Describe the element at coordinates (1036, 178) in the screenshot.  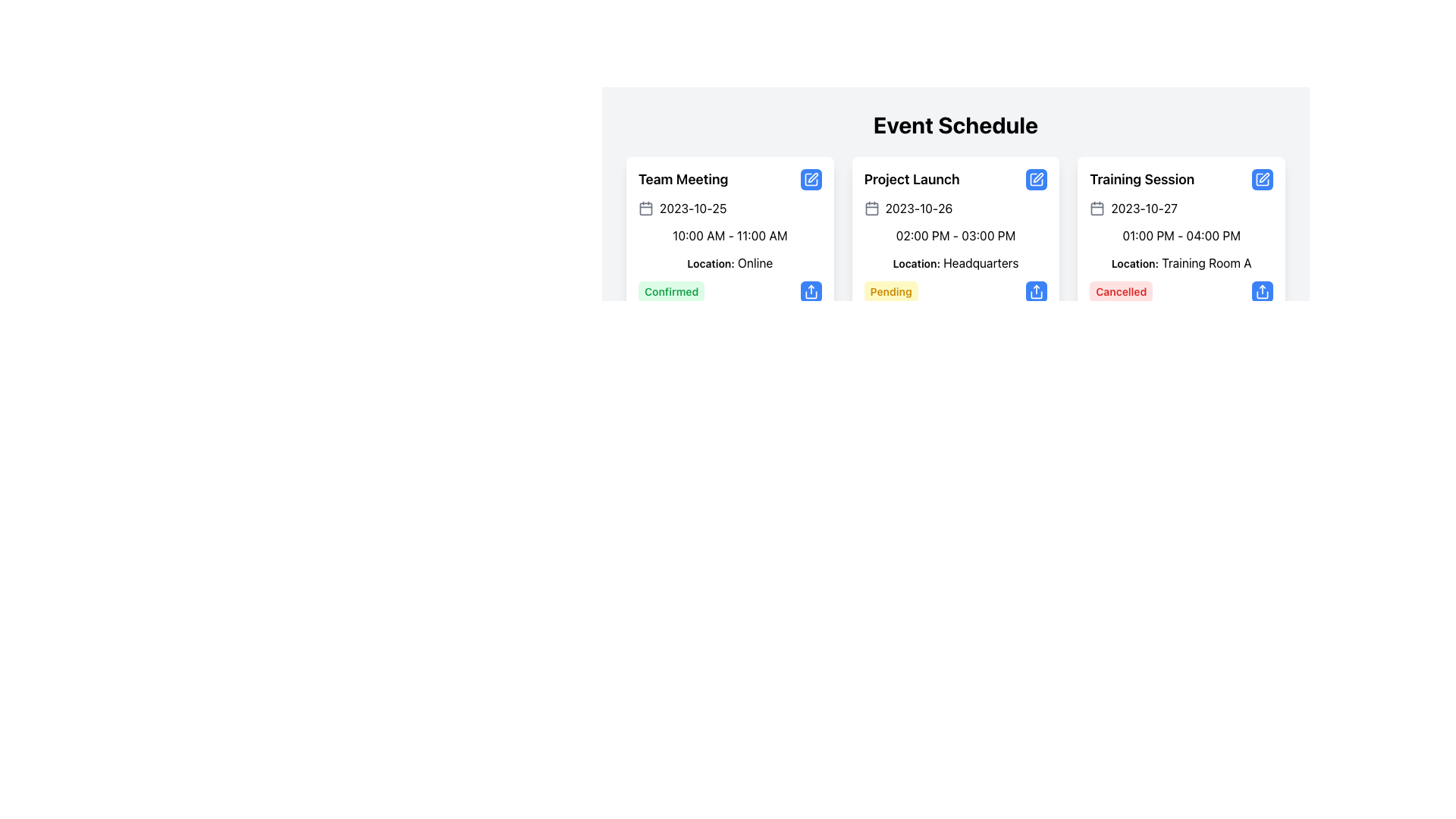
I see `the square outline icon representing editing functionality located in the top-right corner of the 'Project Launch' event card` at that location.